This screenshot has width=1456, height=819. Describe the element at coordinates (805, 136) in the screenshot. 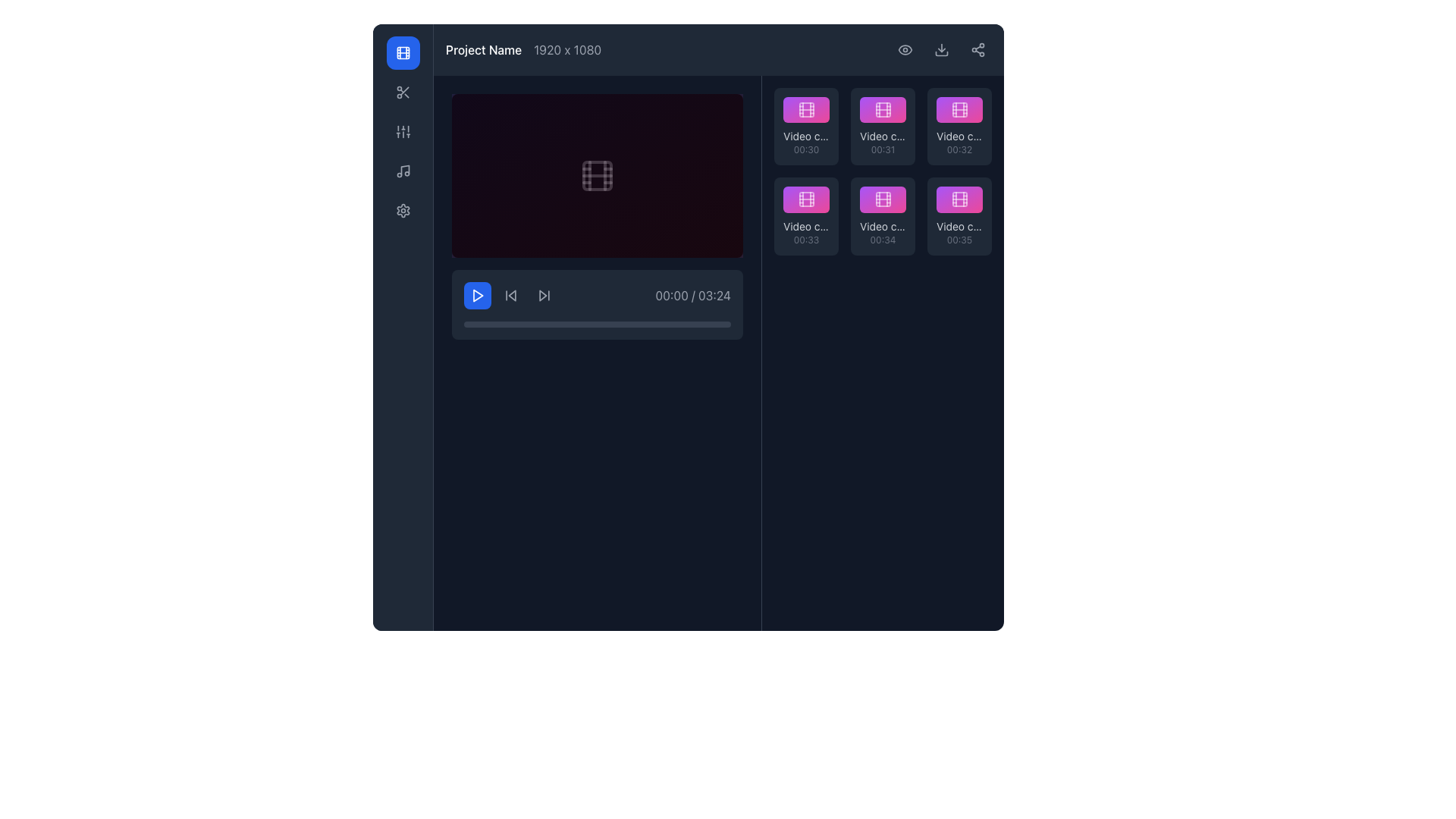

I see `the static text label that denotes the name or title of the corresponding video clip, located in the bottom-middle part of the first card in the vertical list on the right-hand panel` at that location.